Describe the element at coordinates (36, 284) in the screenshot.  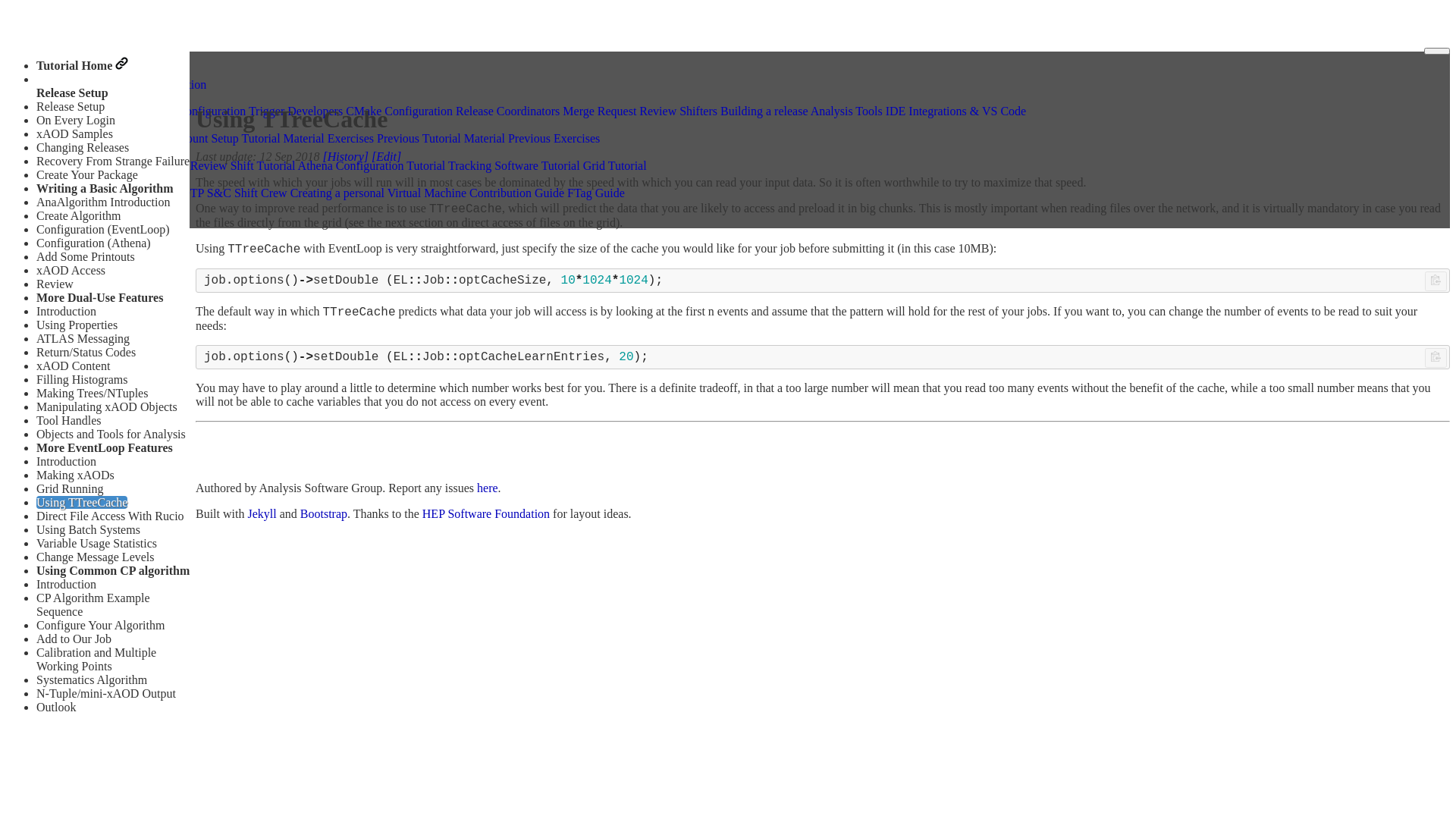
I see `'Review'` at that location.